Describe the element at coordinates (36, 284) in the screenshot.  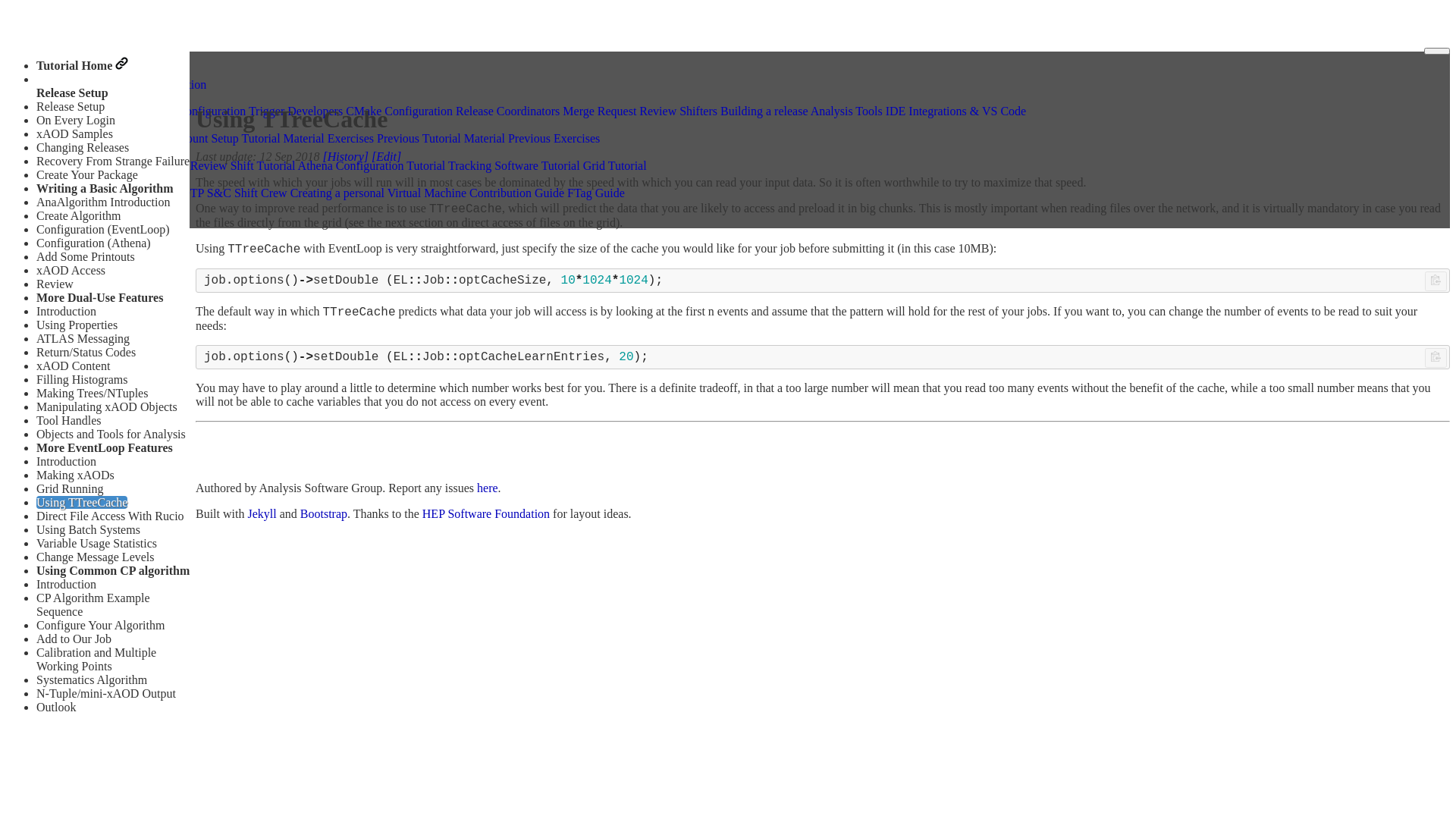
I see `'Review'` at that location.